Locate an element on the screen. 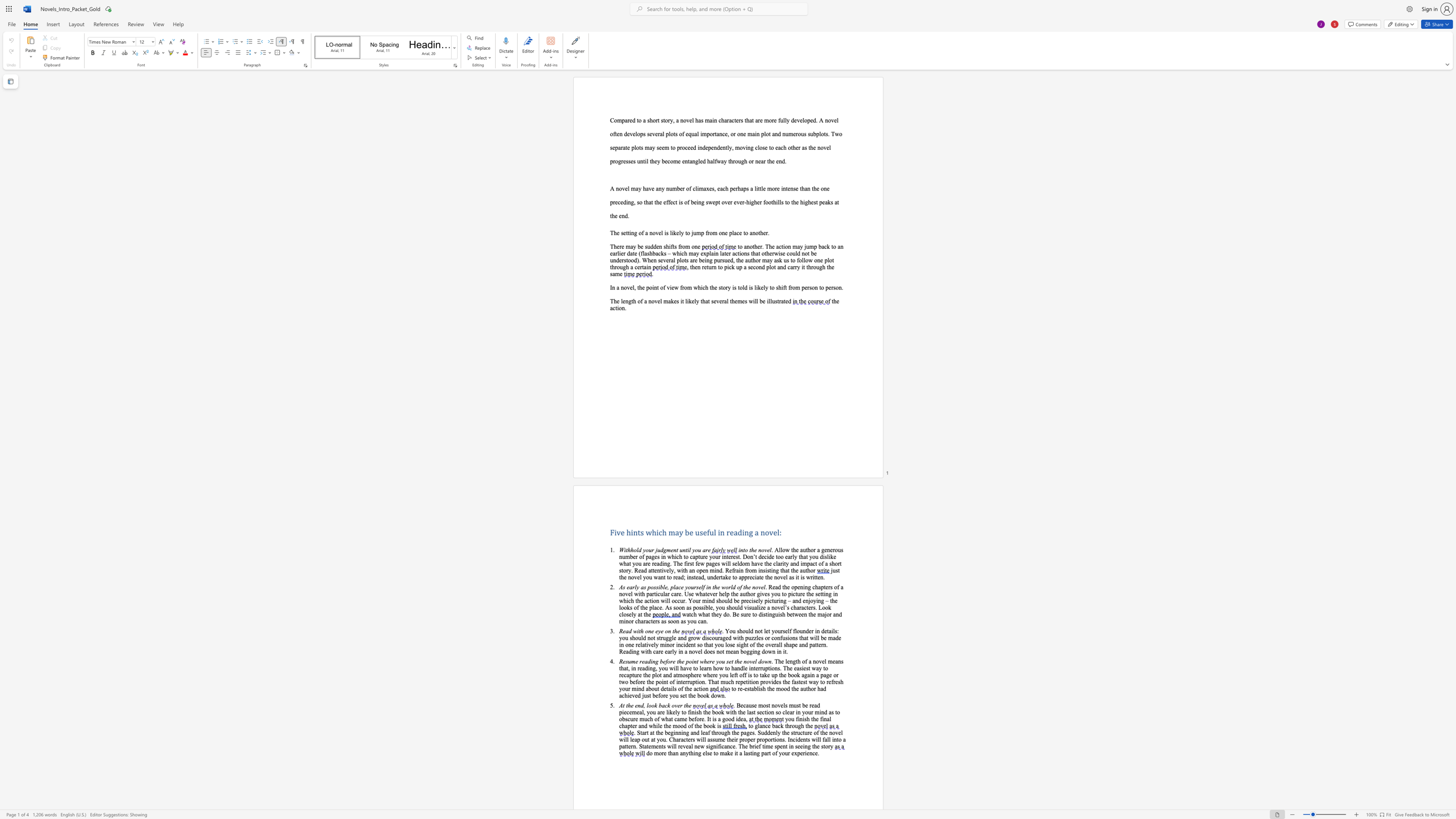 The width and height of the screenshot is (1456, 819). the subset text "n which to capt" within the text ". Allow the author a generous number of pages in which to capture your interest." is located at coordinates (662, 557).